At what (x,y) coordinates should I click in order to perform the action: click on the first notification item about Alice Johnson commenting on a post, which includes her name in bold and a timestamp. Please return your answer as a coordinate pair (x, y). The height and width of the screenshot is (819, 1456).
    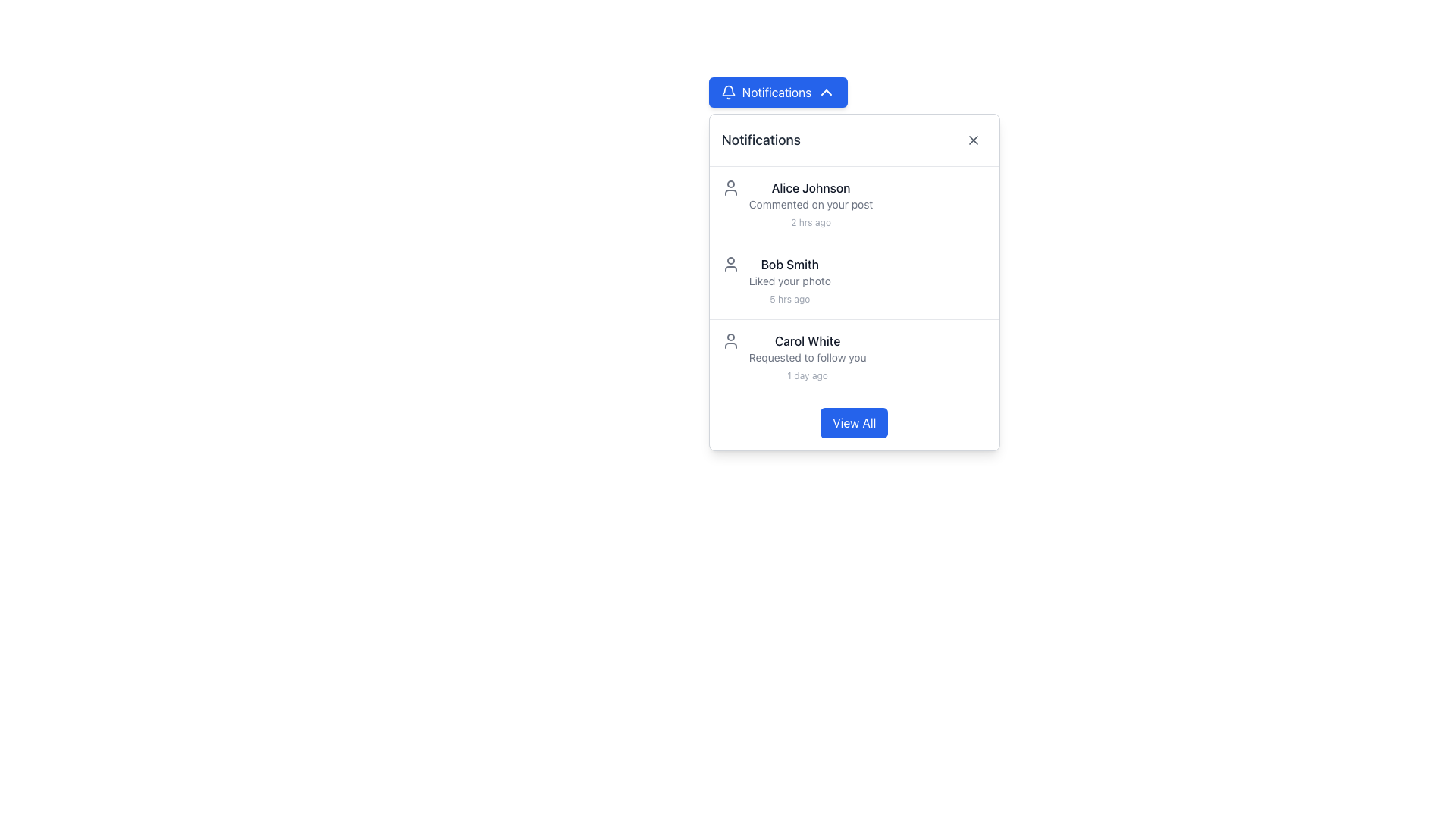
    Looking at the image, I should click on (854, 205).